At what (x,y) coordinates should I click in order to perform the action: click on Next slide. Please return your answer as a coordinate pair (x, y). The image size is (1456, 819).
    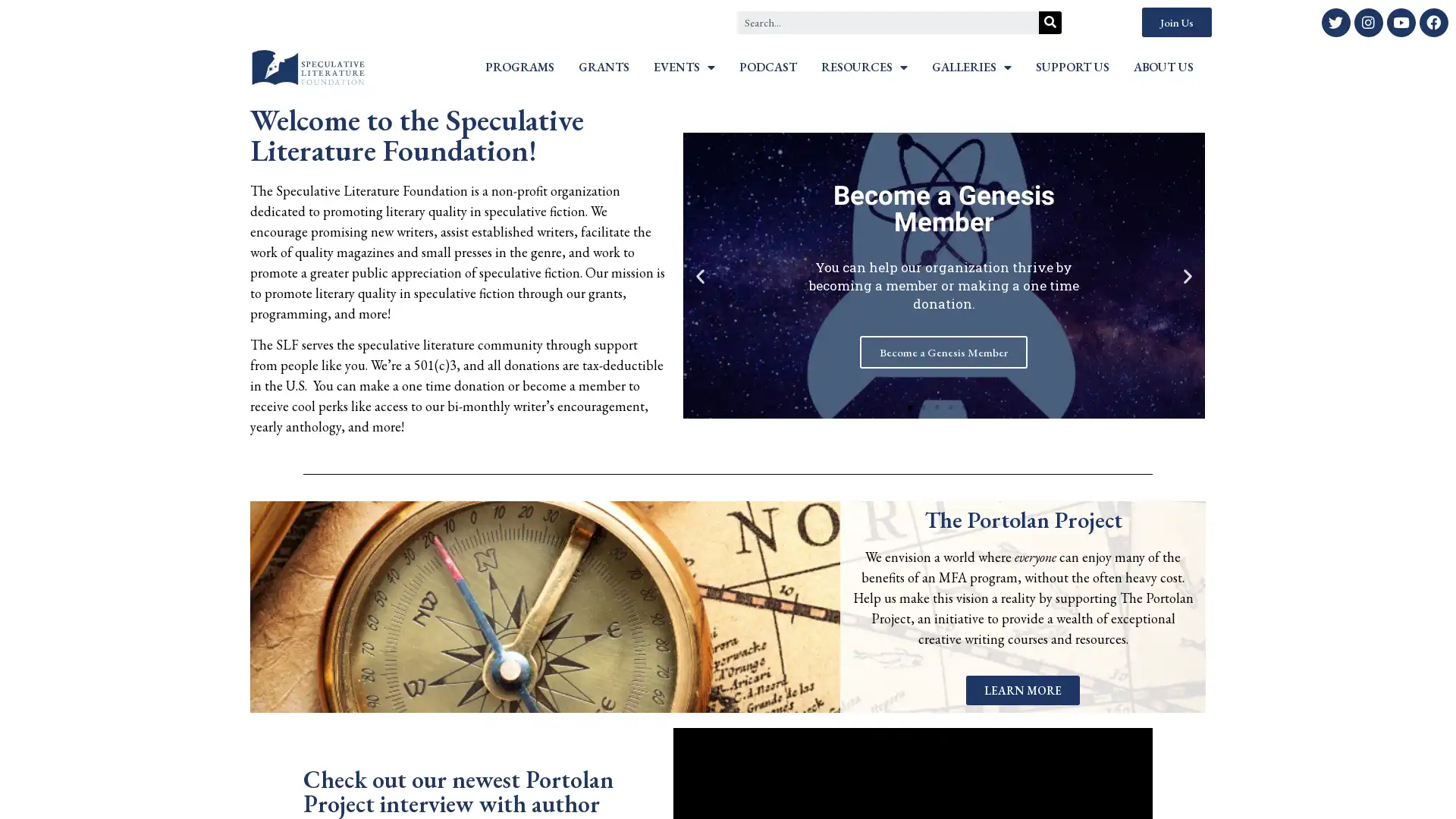
    Looking at the image, I should click on (1187, 275).